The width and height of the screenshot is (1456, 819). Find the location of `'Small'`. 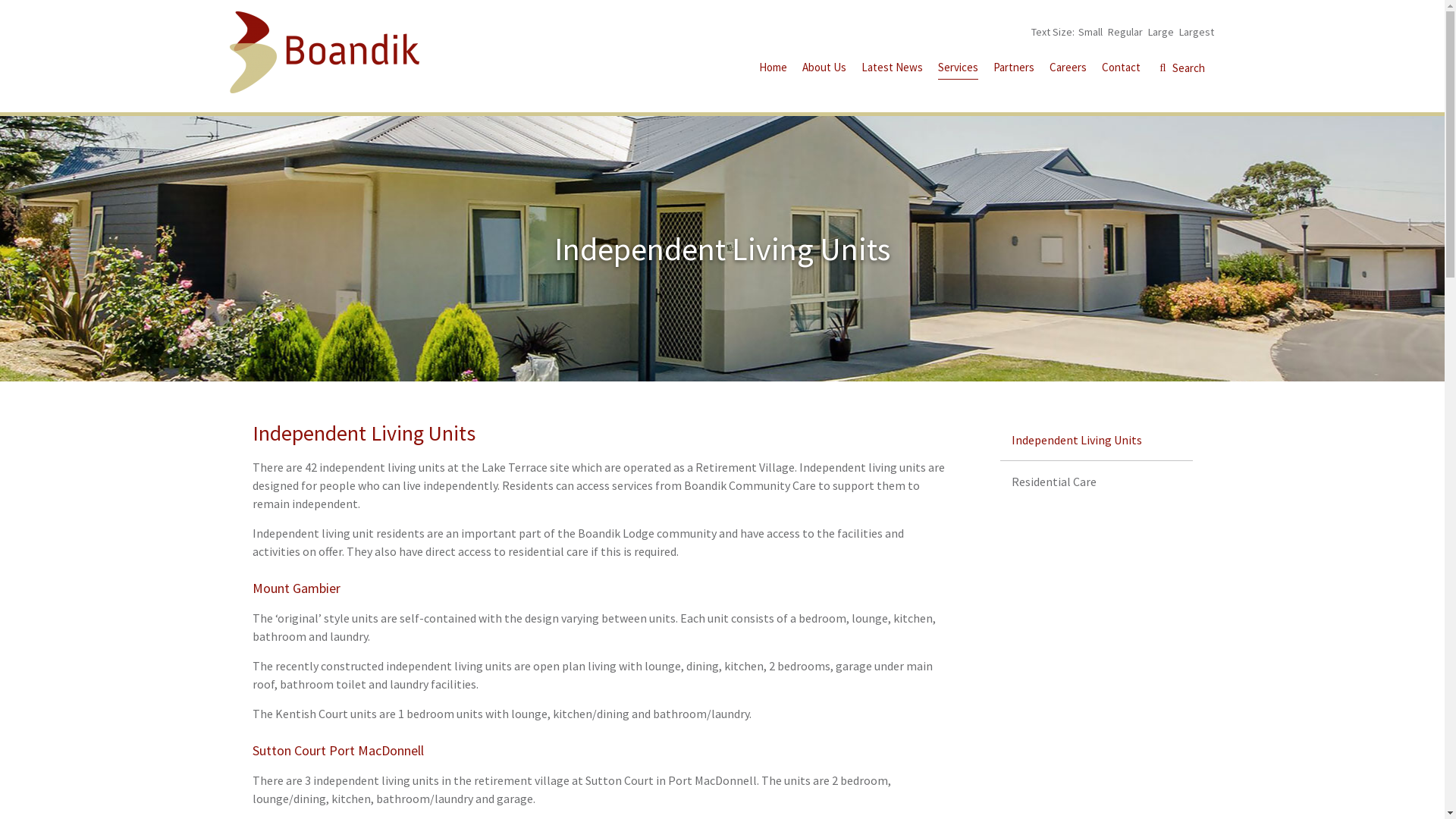

'Small' is located at coordinates (1090, 32).